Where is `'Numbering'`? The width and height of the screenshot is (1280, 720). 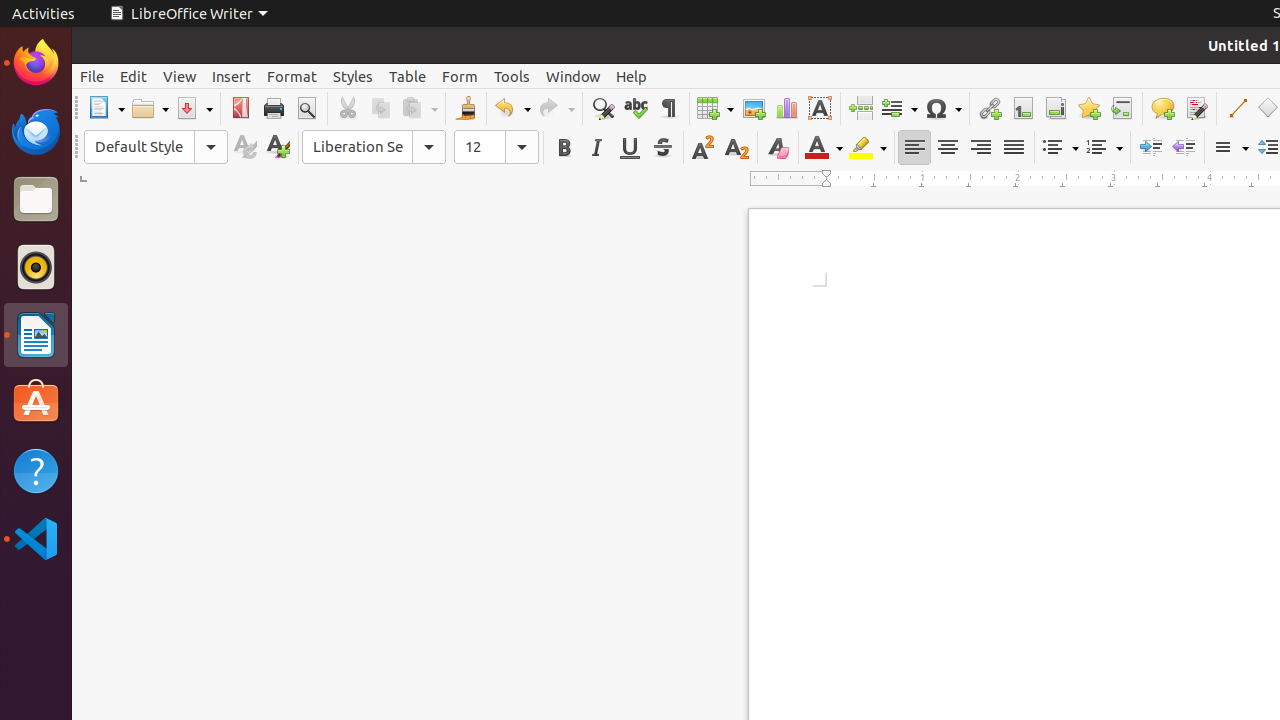
'Numbering' is located at coordinates (1103, 146).